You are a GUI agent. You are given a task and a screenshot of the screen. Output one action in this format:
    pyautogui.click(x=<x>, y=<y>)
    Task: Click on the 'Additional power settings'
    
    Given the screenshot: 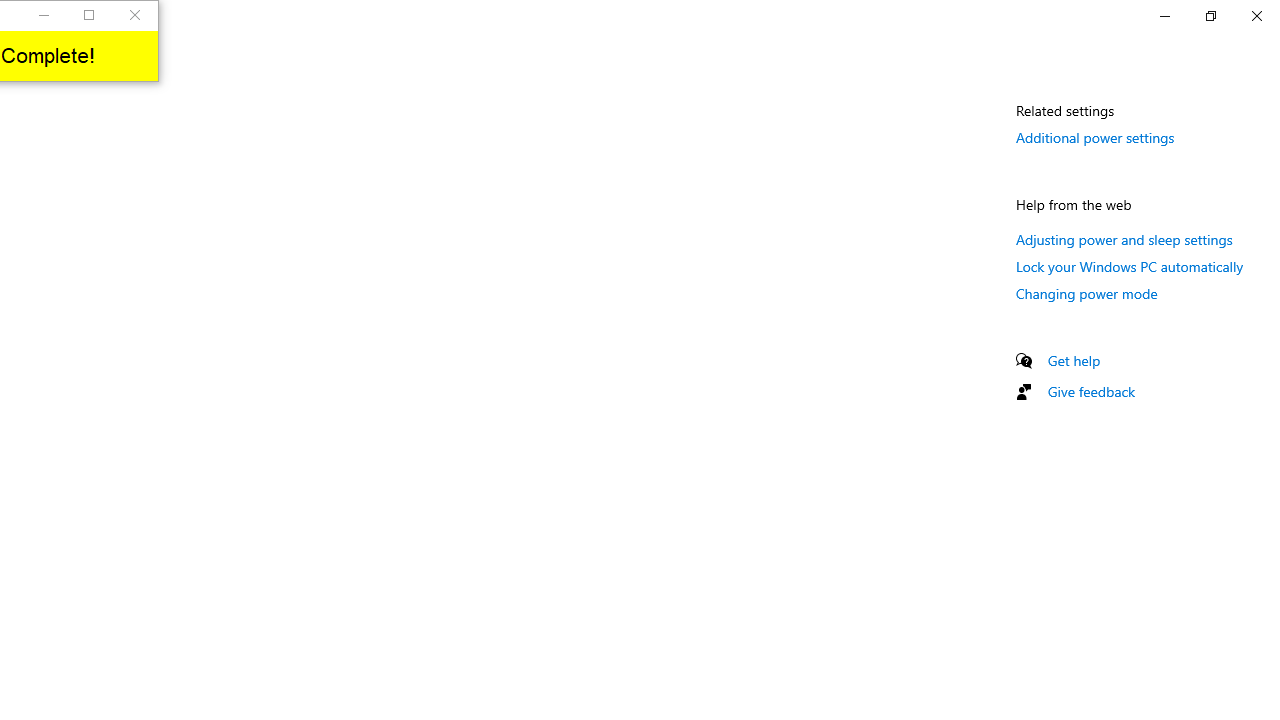 What is the action you would take?
    pyautogui.click(x=1094, y=136)
    